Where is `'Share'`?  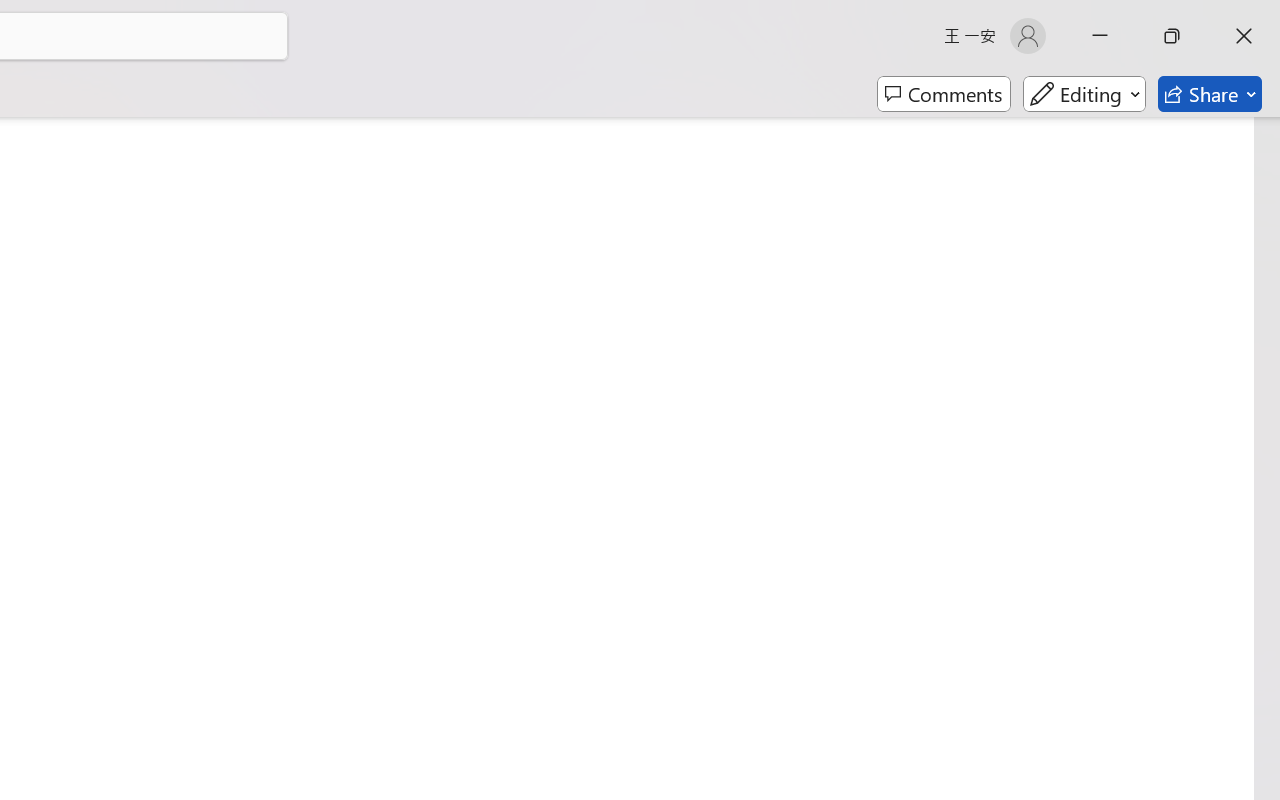 'Share' is located at coordinates (1209, 94).